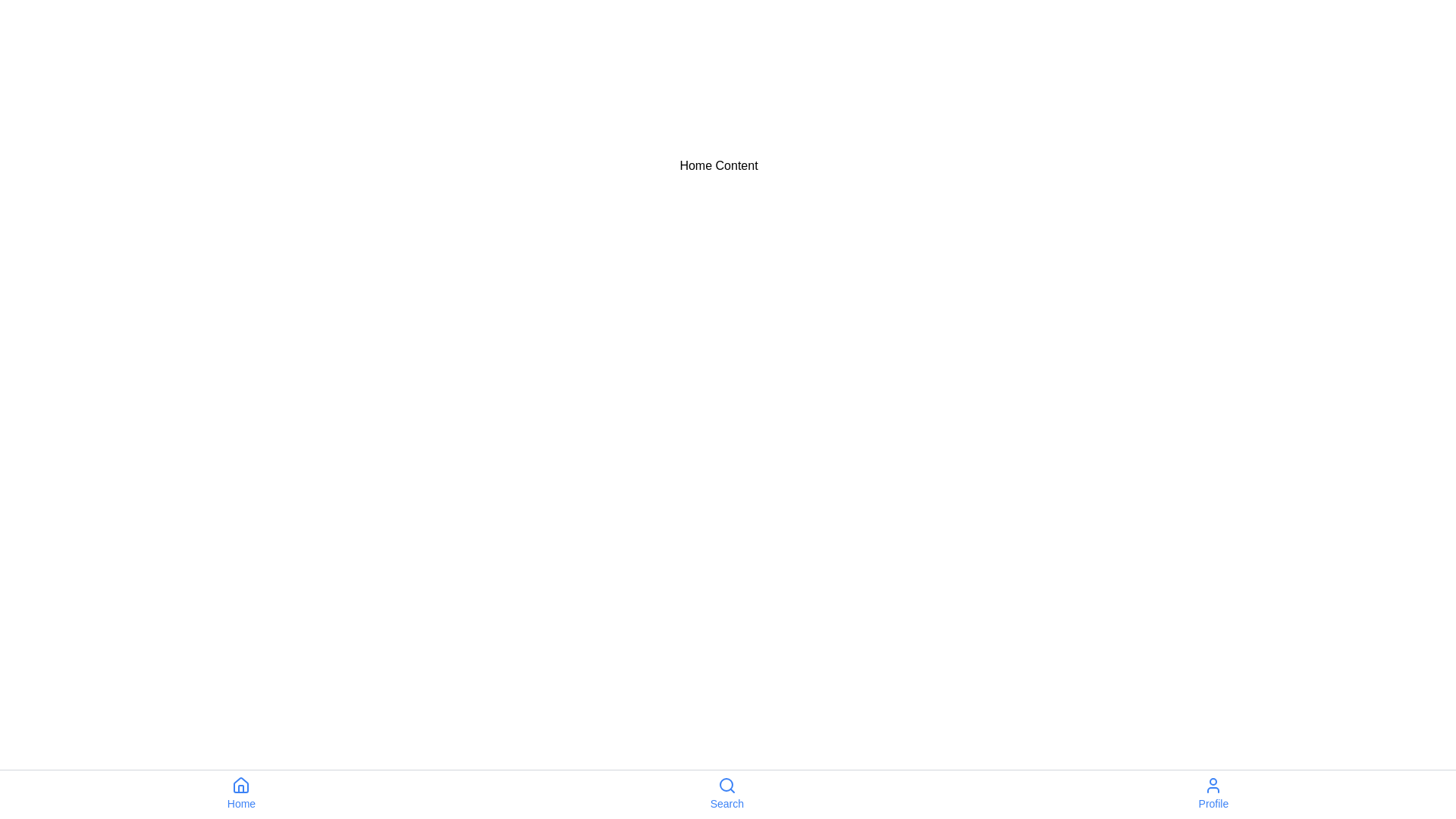  I want to click on the Circle graphic element located within the magnifying glass icon in the bottom navigation bar under the label 'Search.', so click(725, 784).